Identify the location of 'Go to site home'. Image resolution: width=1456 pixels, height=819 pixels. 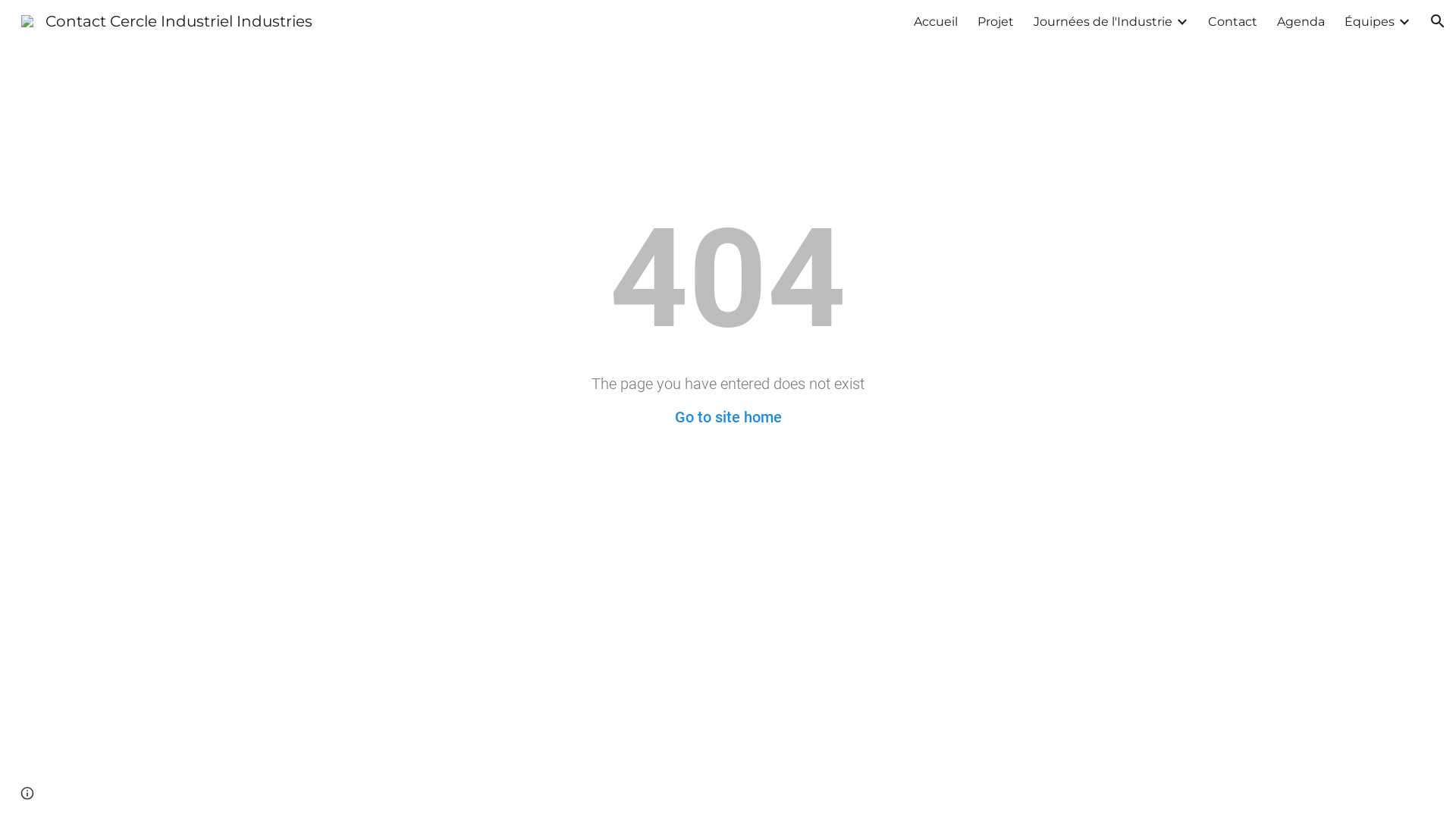
(728, 417).